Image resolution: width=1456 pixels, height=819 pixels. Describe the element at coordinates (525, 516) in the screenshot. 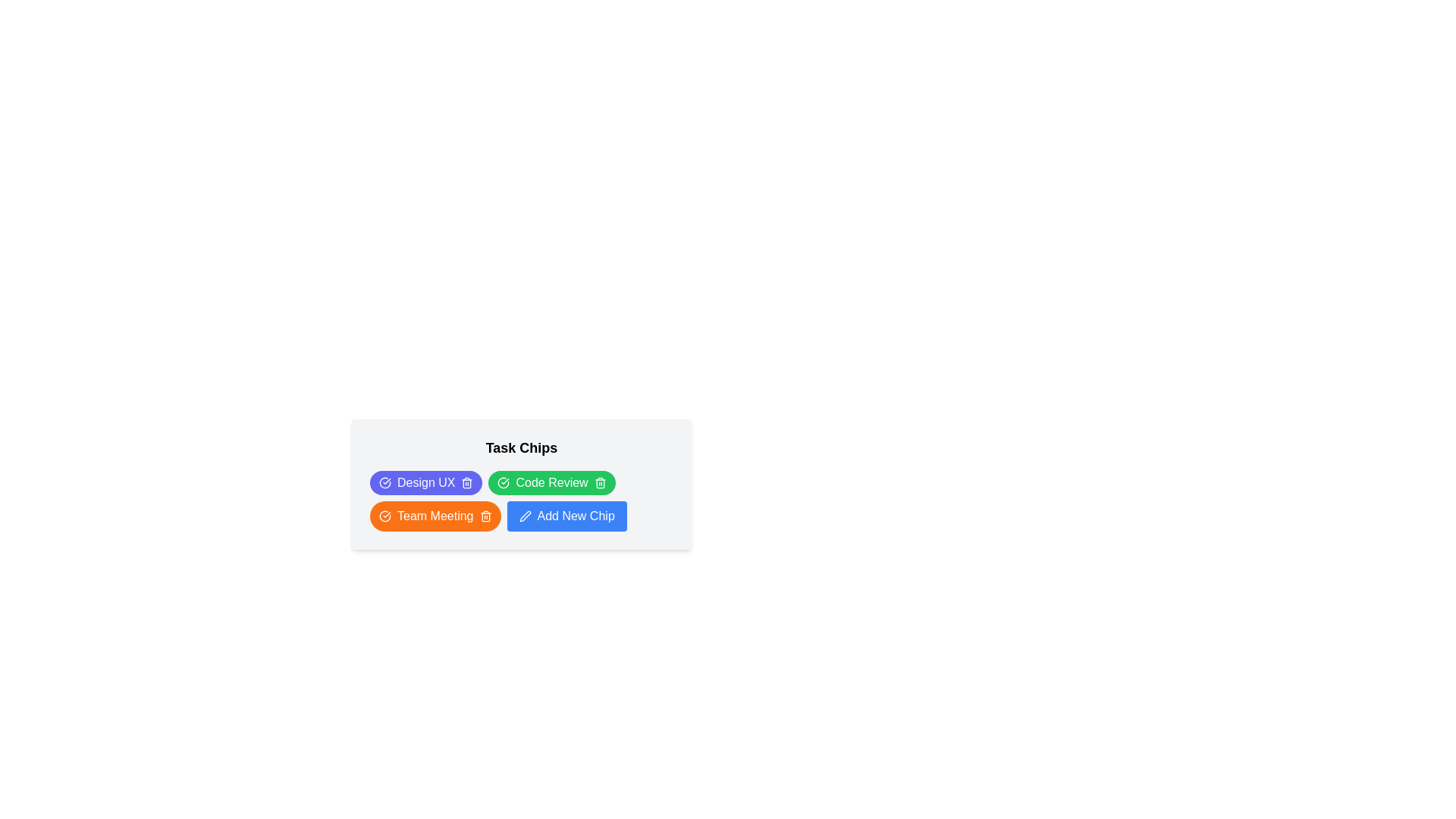

I see `the pen icon located on the left side of the 'Add New Chip' button, which is rendered in white on a blue background` at that location.